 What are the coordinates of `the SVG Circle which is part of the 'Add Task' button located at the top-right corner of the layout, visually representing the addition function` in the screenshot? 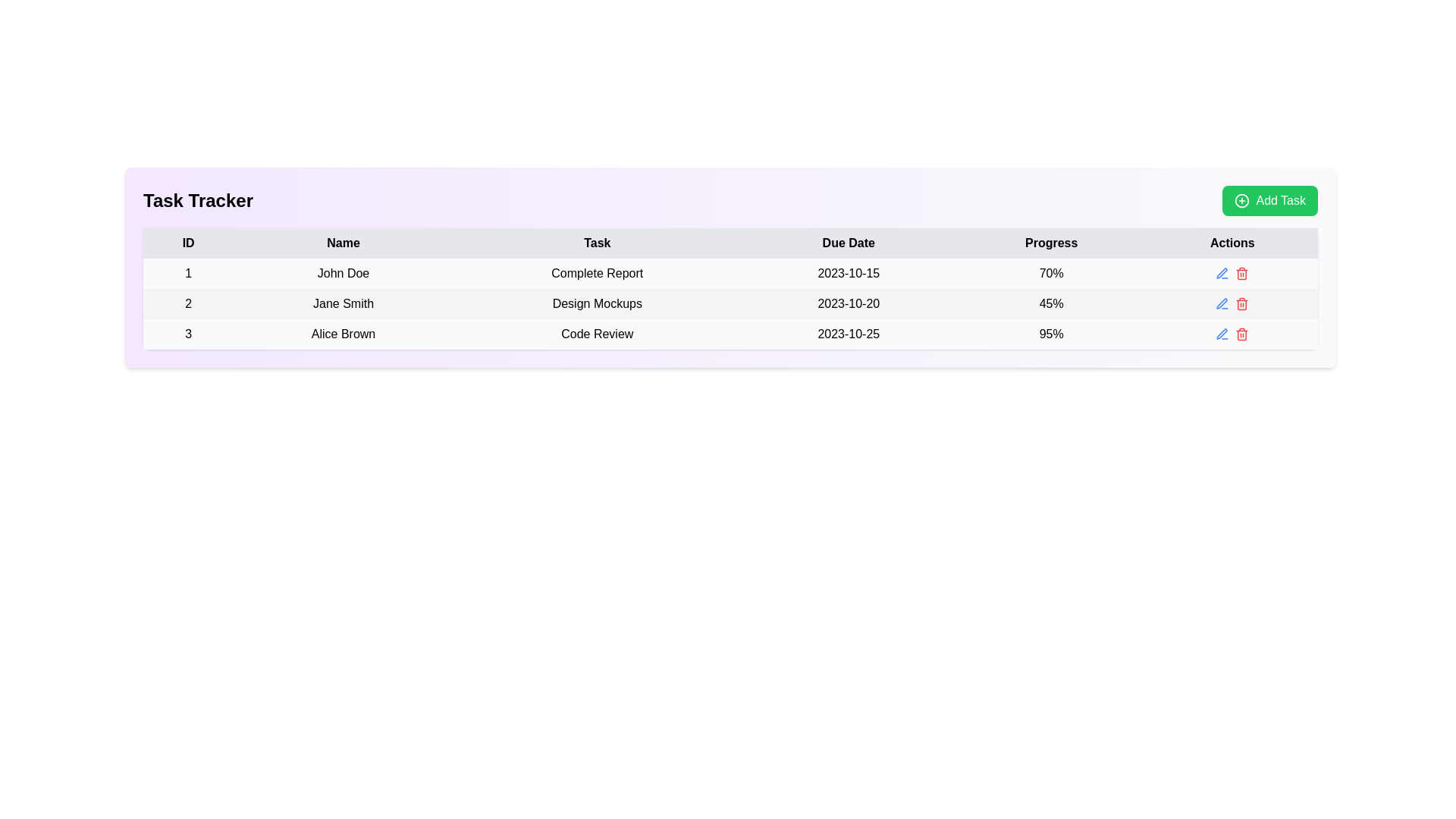 It's located at (1242, 200).